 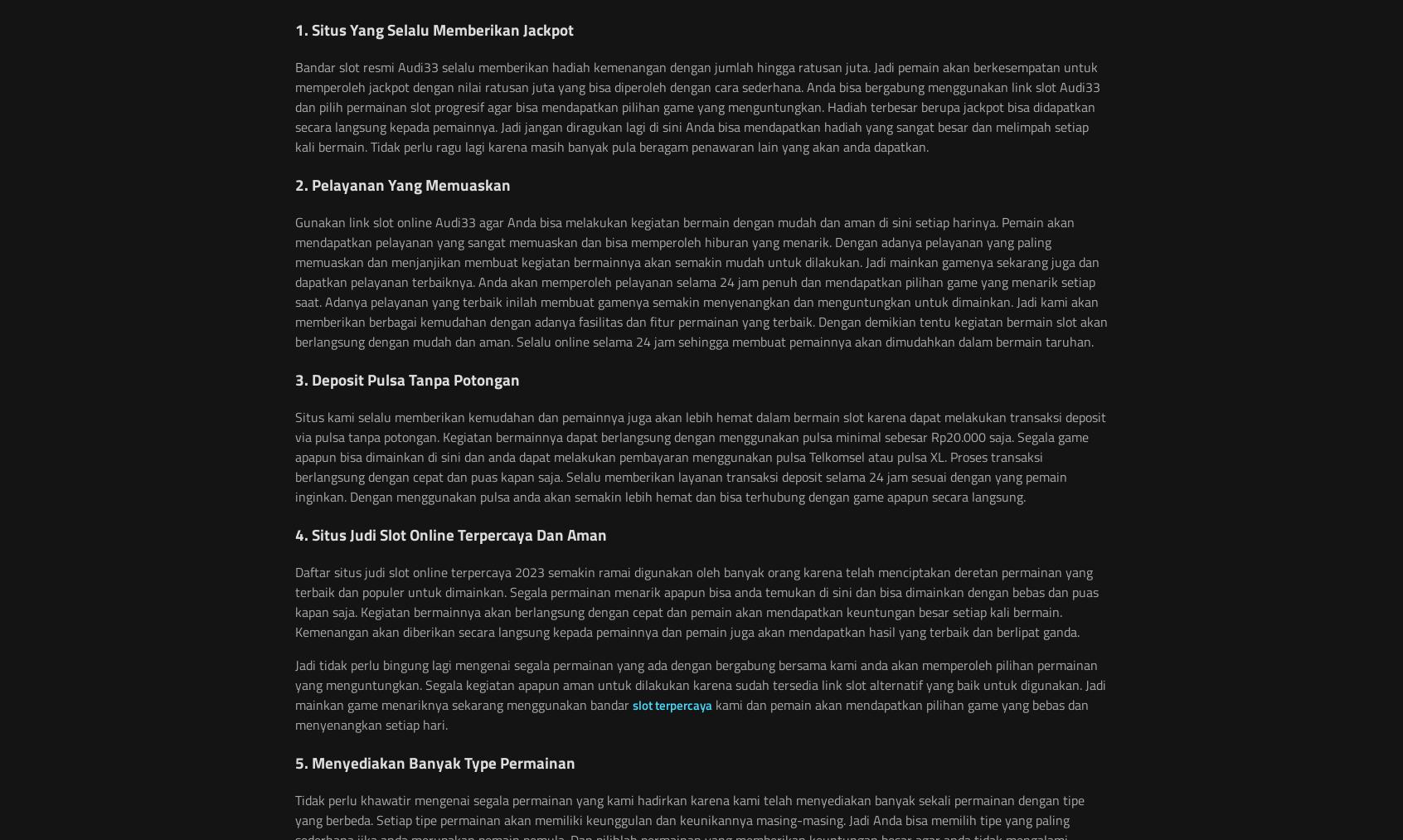 I want to click on 'Daftar situs judi slot online terpercaya 2023 semakin ramai digunakan oleh banyak orang karena telah menciptakan deretan permainan yang terbaik dan populer untuk dimainkan. Segala permainan menarik apapun bisa anda temukan di sini dan bisa dimainkan dengan bebas dan puas kapan saja. Kegiatan bermainnya akan berlangsung dengan cepat dan pemain akan mendapatkan keuntungan besar setiap kali bermain. Kemenangan akan diberikan secara langsung kepada pemainnya dan pemain juga akan mendapatkan hasil yang terbaik dan berlipat ganda.', so click(x=697, y=602).